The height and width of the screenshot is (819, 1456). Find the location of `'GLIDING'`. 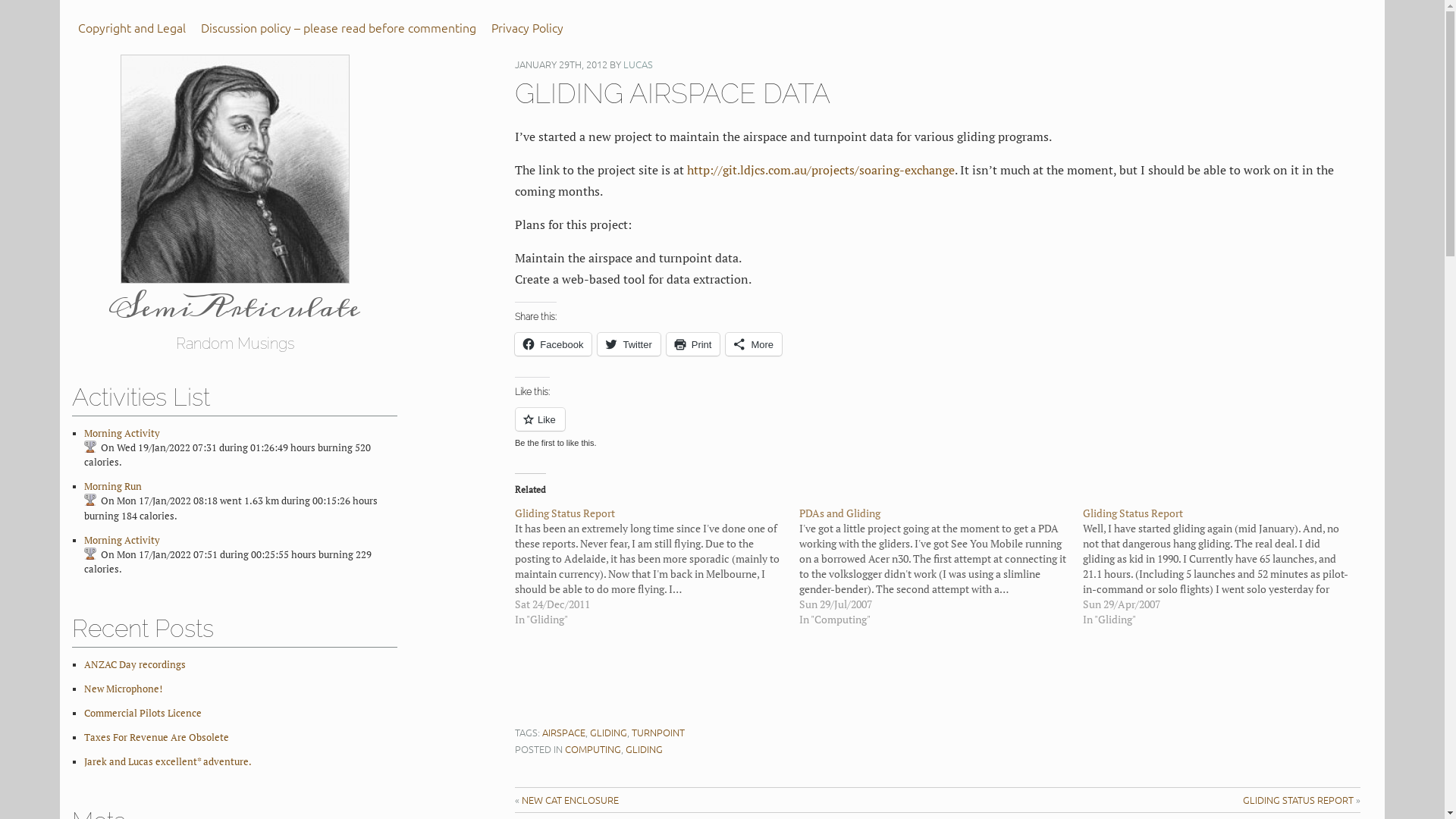

'GLIDING' is located at coordinates (608, 731).